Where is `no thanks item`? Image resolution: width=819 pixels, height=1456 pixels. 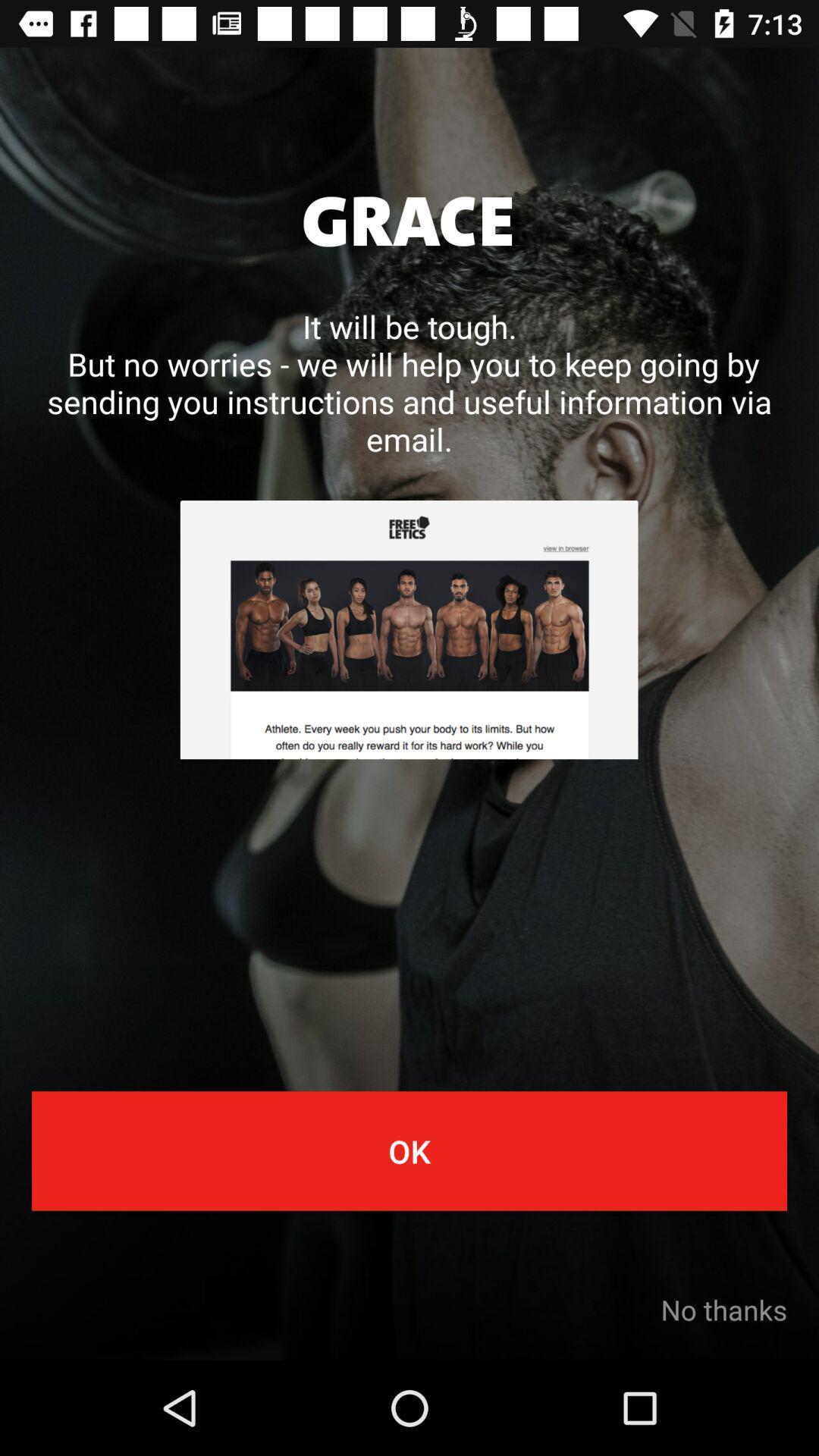 no thanks item is located at coordinates (723, 1309).